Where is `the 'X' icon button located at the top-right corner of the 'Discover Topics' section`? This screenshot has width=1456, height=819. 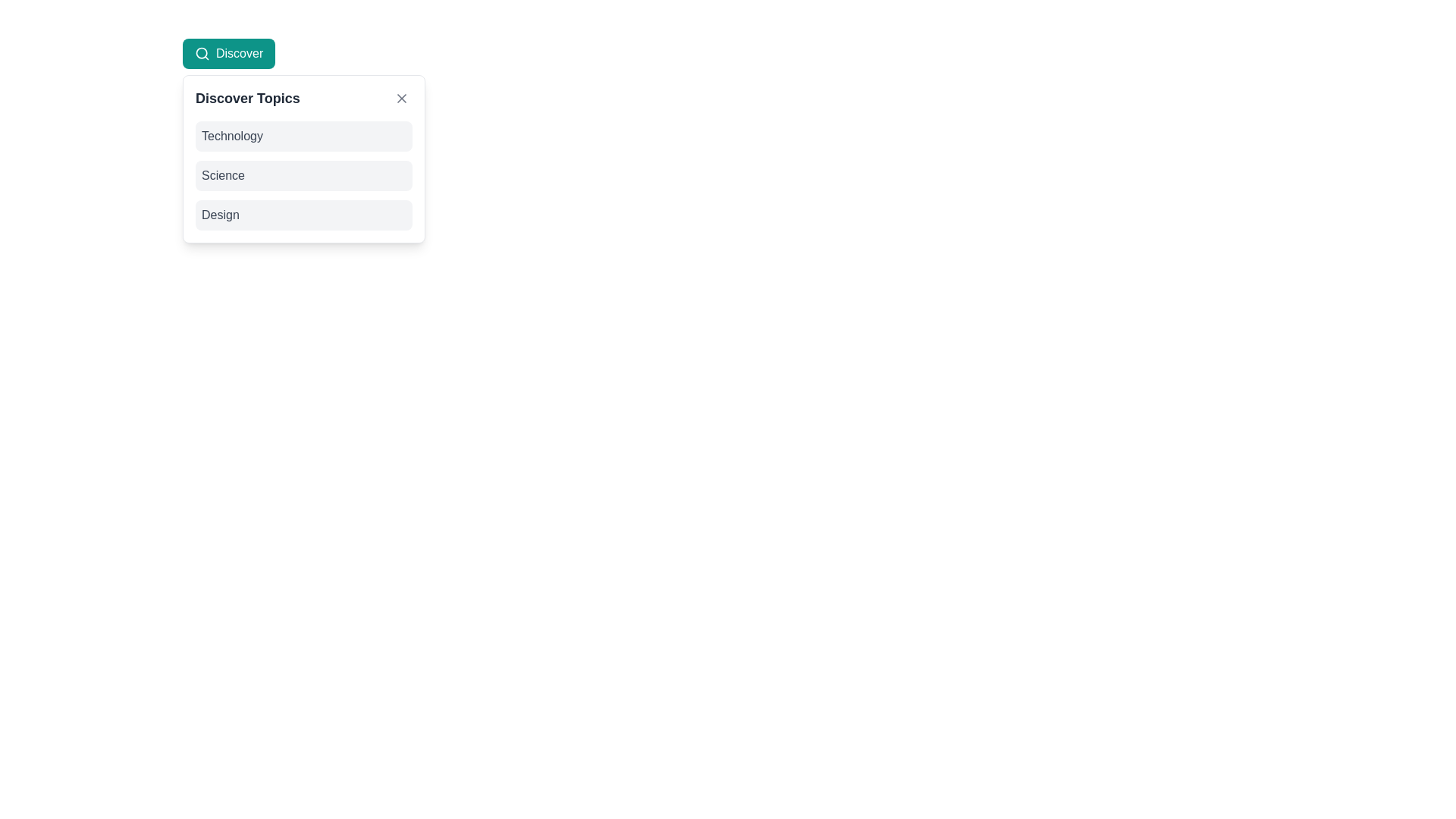 the 'X' icon button located at the top-right corner of the 'Discover Topics' section is located at coordinates (401, 99).